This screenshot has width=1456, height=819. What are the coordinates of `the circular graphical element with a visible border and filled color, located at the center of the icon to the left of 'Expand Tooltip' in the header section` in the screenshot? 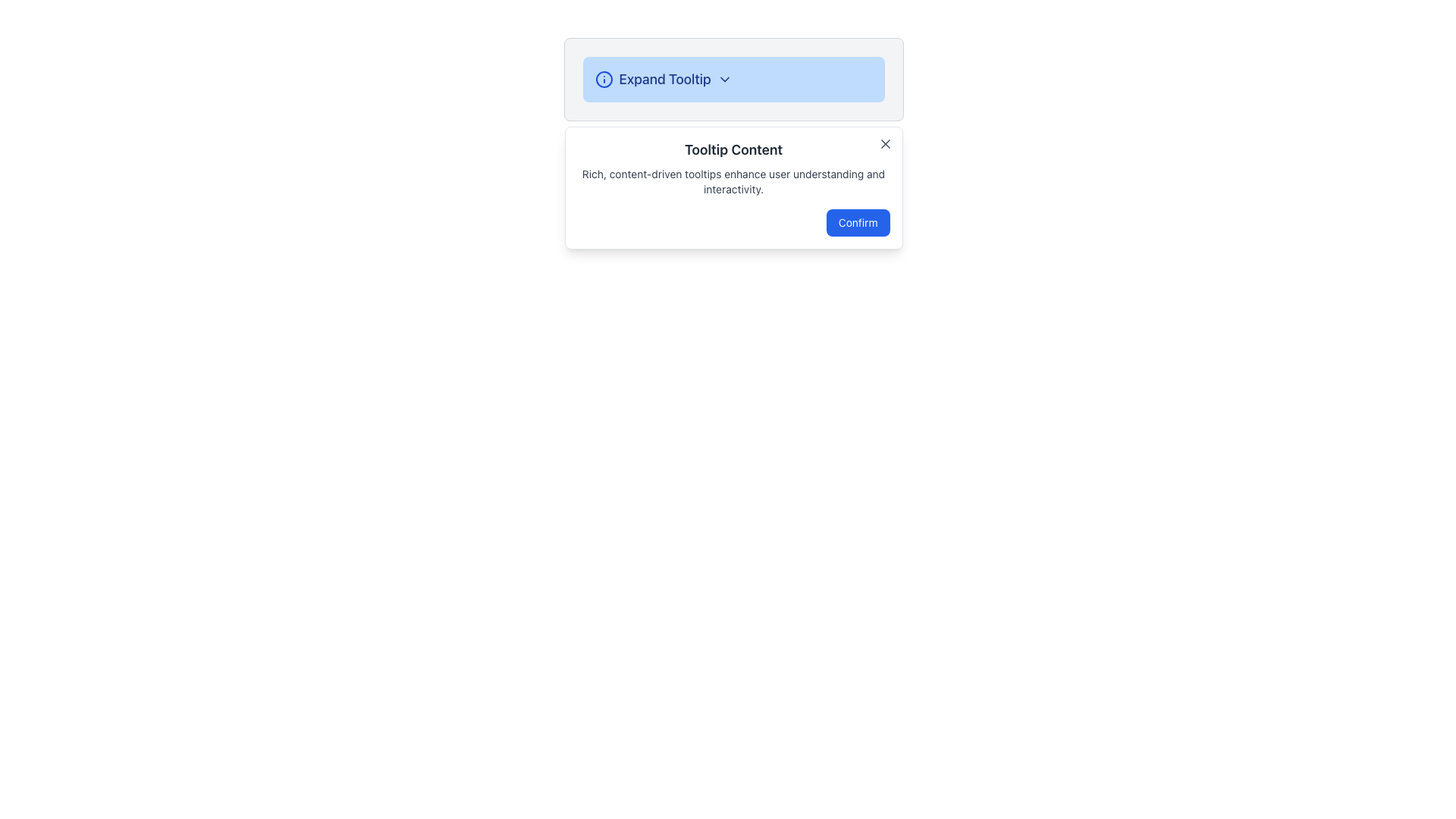 It's located at (603, 79).